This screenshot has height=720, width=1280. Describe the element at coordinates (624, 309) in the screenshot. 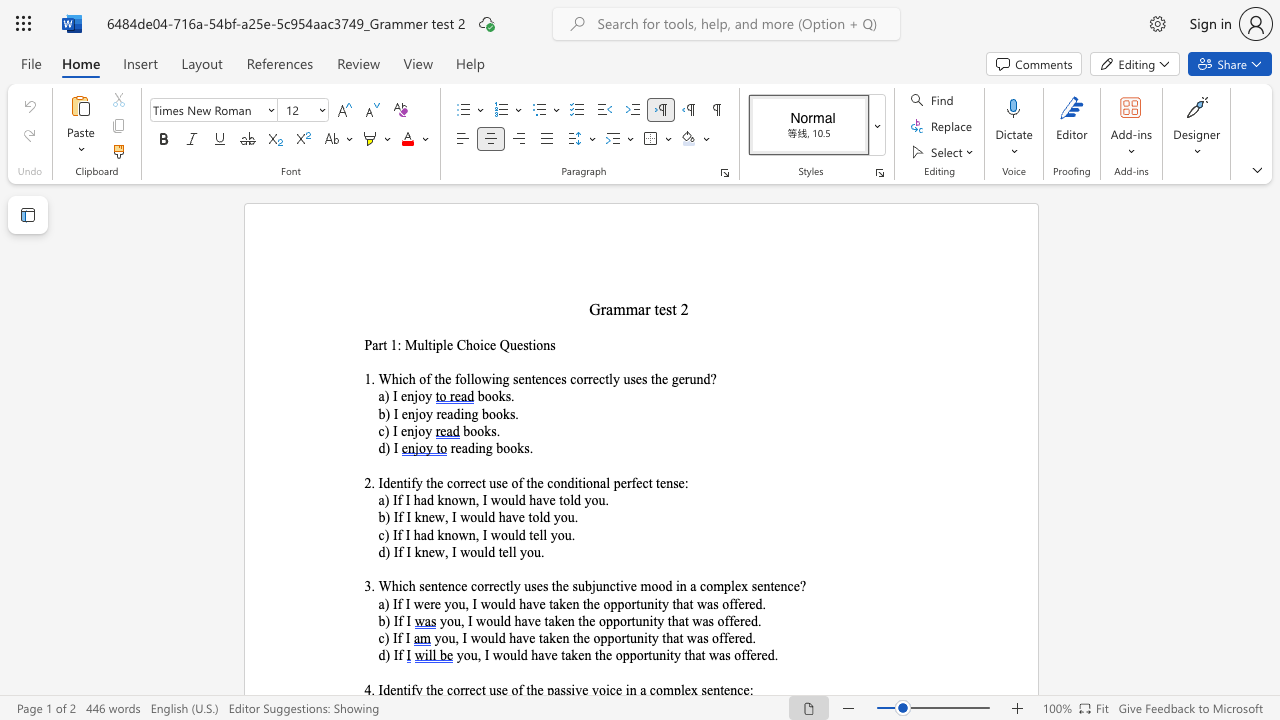

I see `the subset text "mar" within the text "Grammar test 2"` at that location.